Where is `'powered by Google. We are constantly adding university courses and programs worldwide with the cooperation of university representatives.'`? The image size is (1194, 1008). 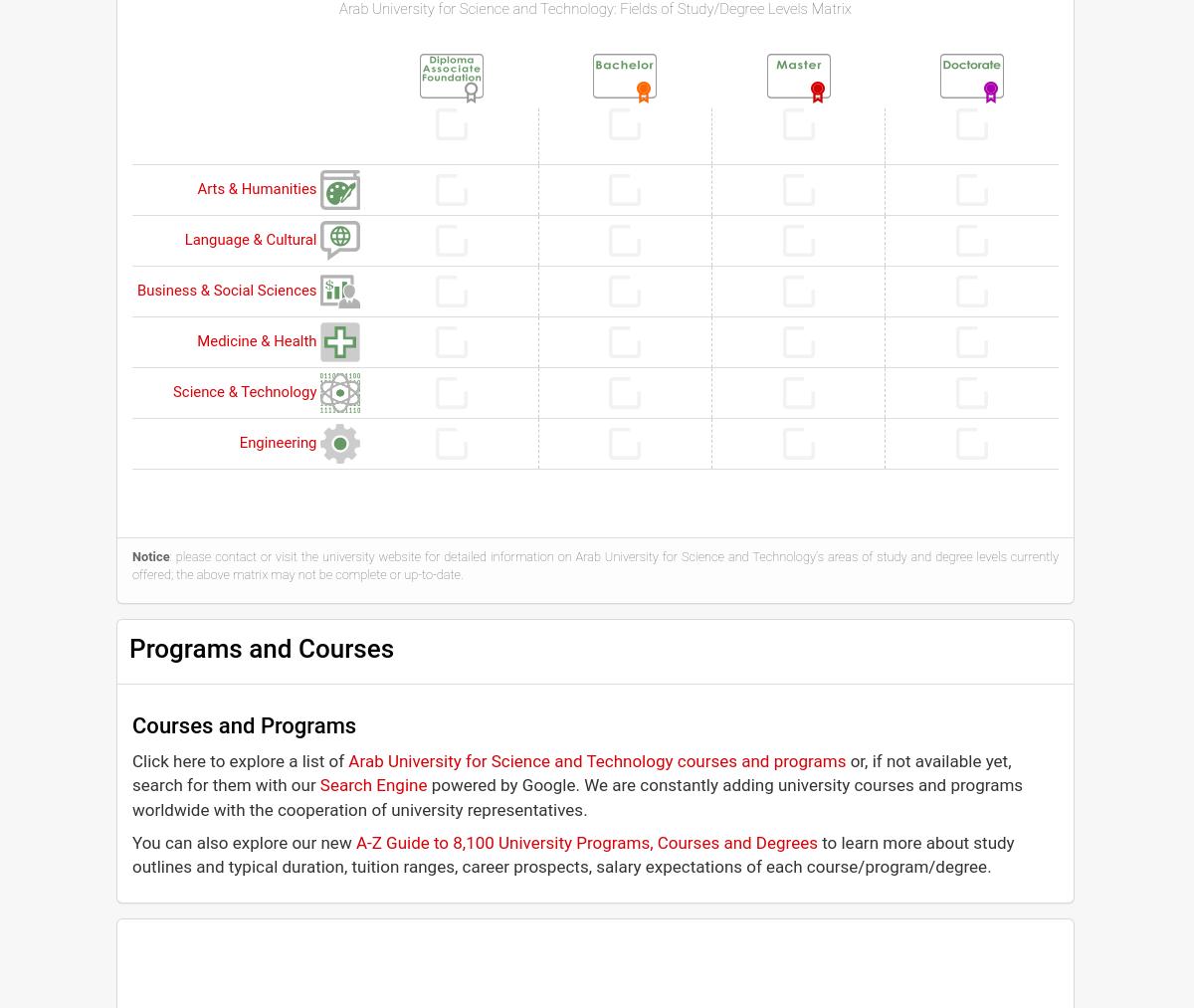
'powered by Google. We are constantly adding university courses and programs worldwide with the cooperation of university representatives.' is located at coordinates (576, 796).